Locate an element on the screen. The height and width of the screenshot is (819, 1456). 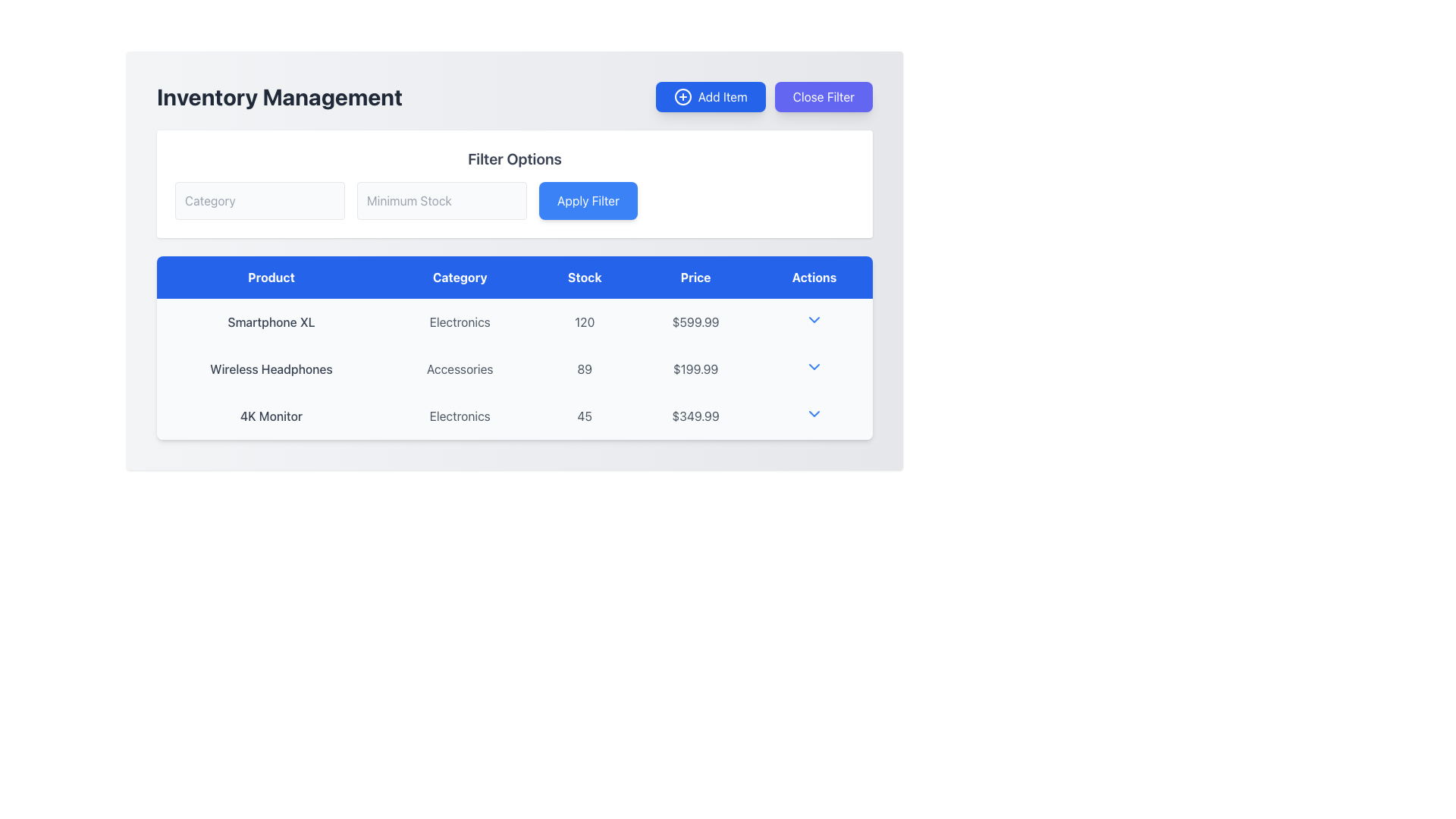
the Text Label indicating the product category in the second column of the last row of the table is located at coordinates (459, 416).